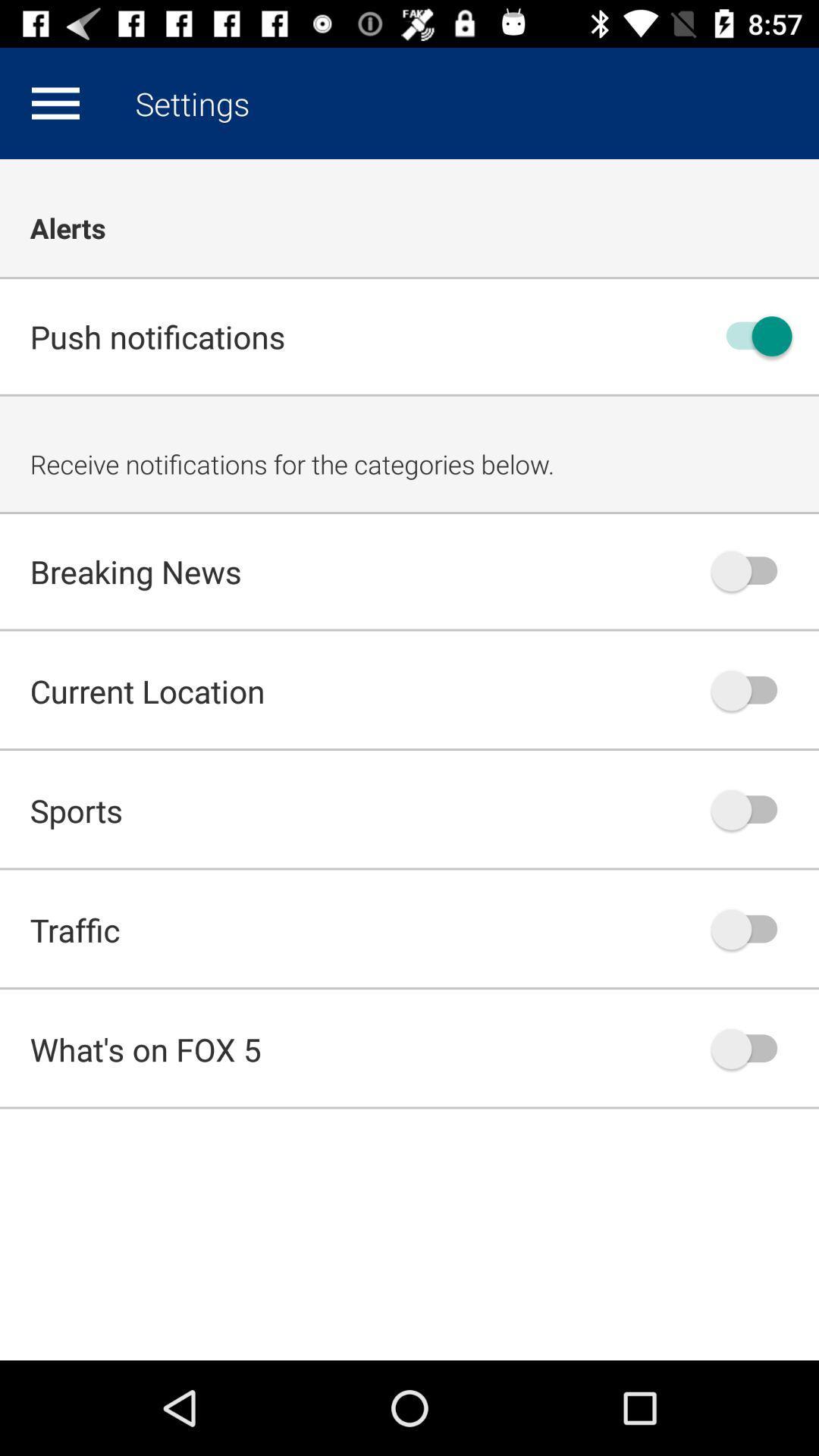  I want to click on fox 5 notification, so click(752, 1048).